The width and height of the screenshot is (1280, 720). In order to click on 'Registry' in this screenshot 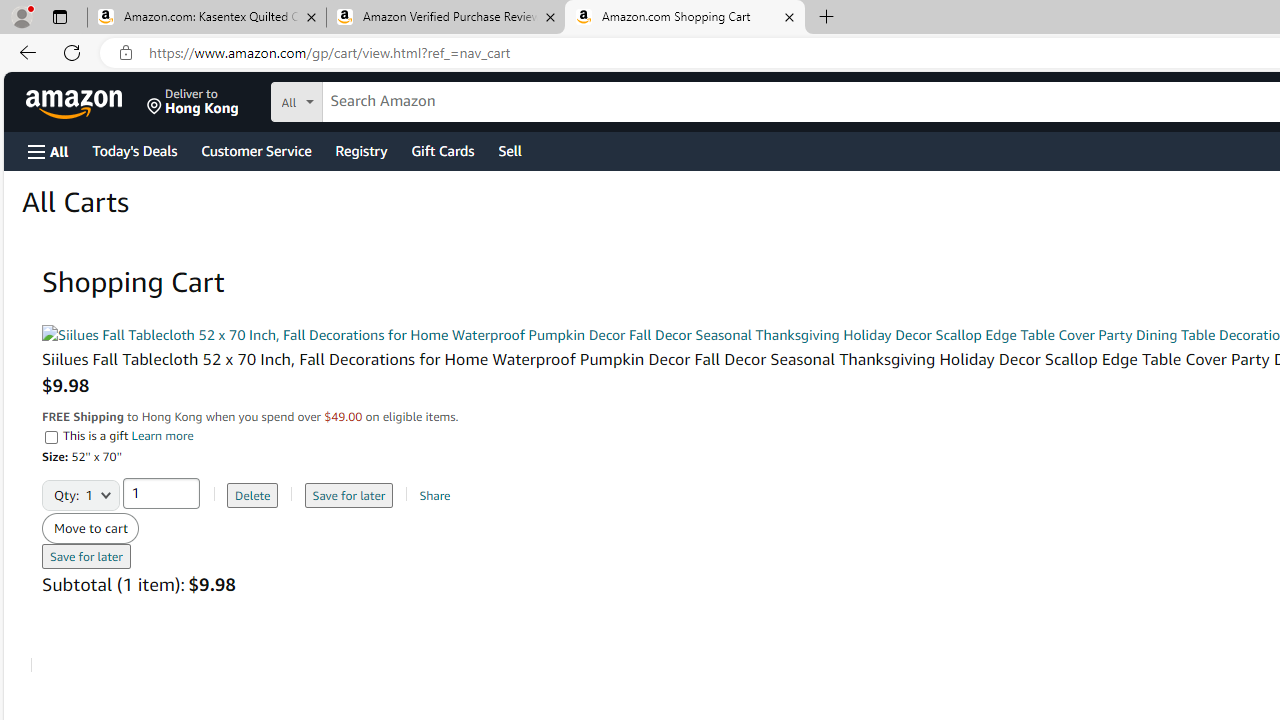, I will do `click(360, 149)`.